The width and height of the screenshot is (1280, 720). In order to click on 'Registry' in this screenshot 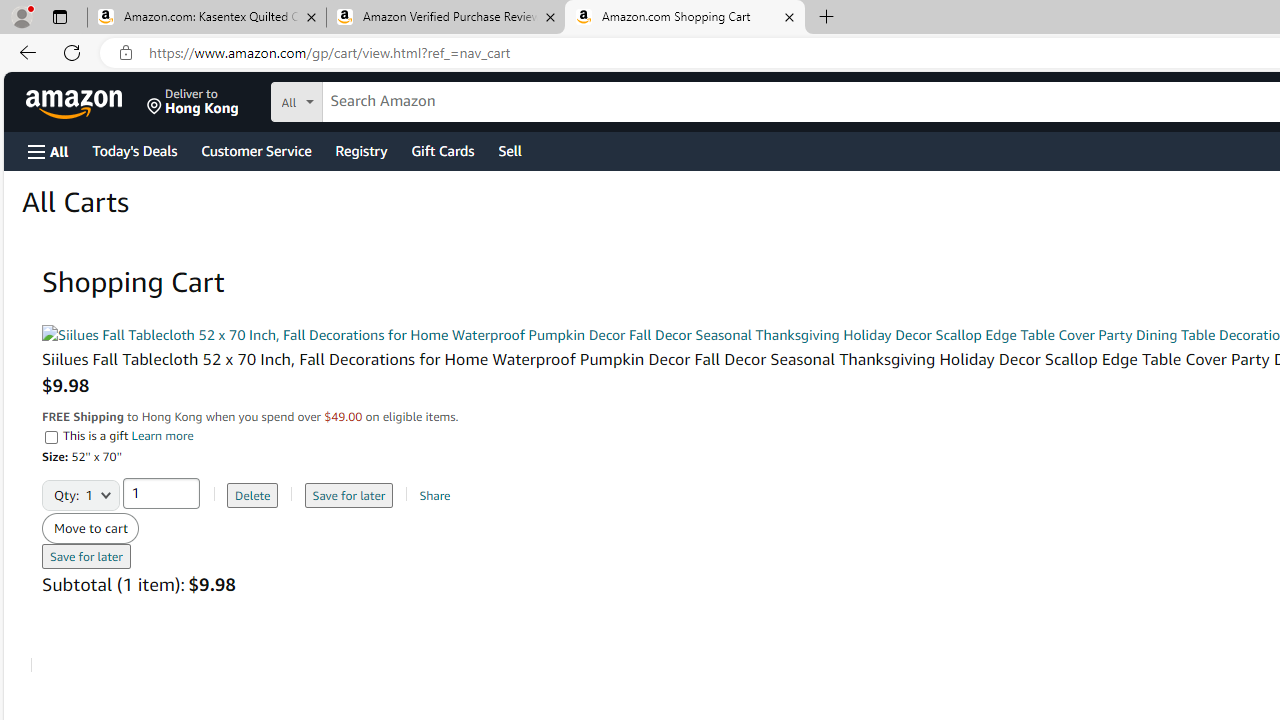, I will do `click(360, 149)`.